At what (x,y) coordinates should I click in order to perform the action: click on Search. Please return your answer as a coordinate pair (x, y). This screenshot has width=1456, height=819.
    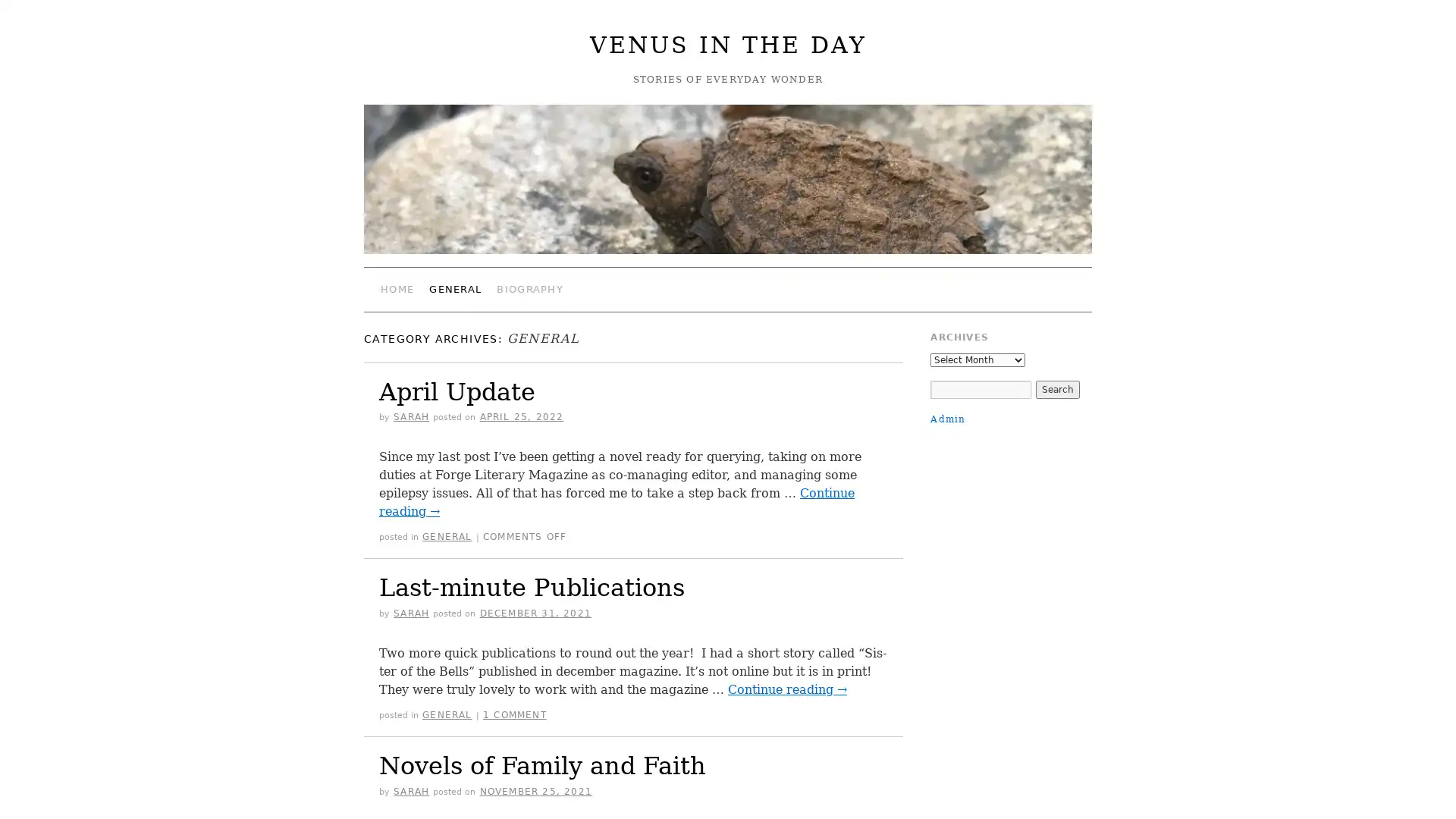
    Looking at the image, I should click on (1056, 388).